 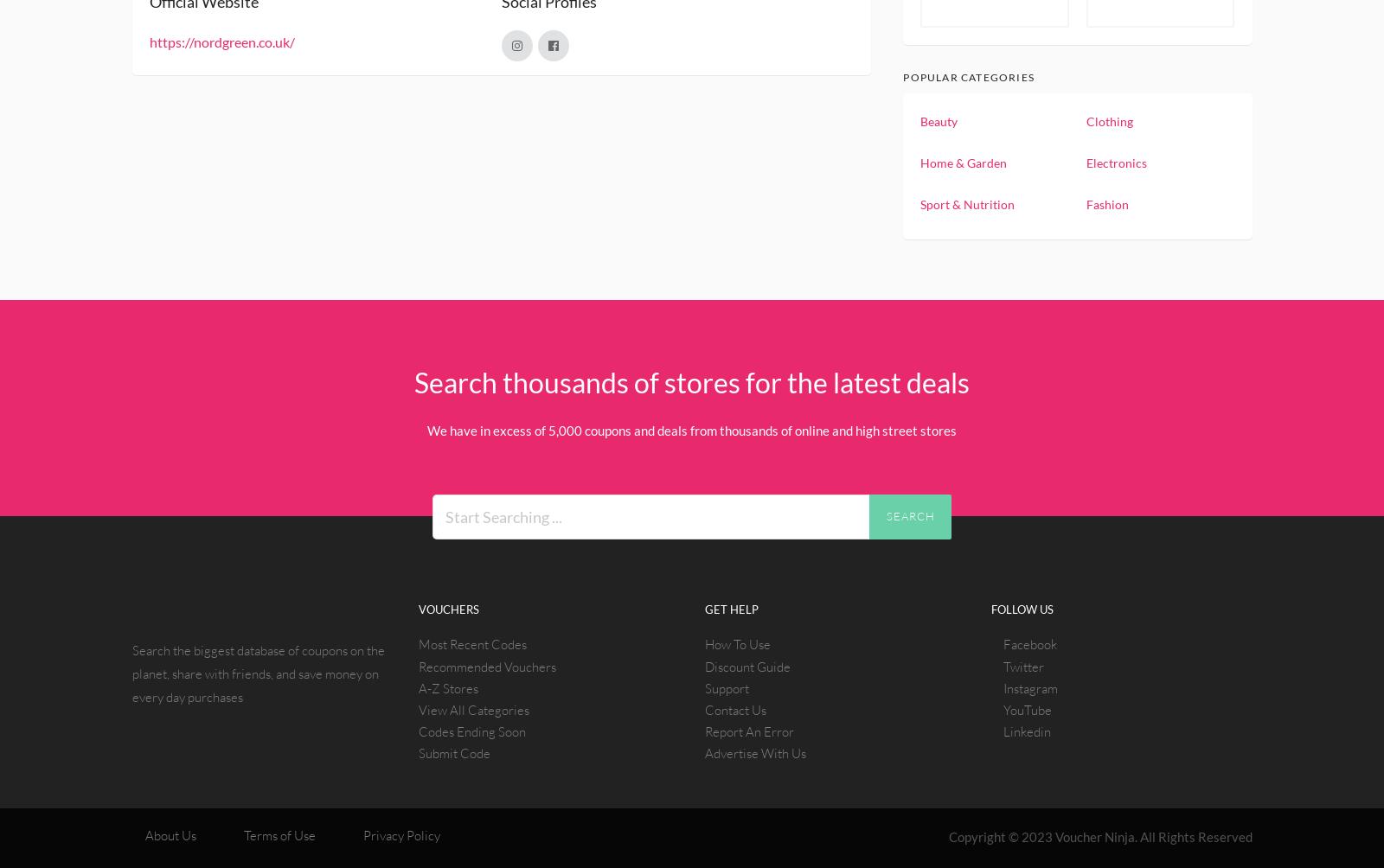 I want to click on 'Discount Guide', so click(x=746, y=666).